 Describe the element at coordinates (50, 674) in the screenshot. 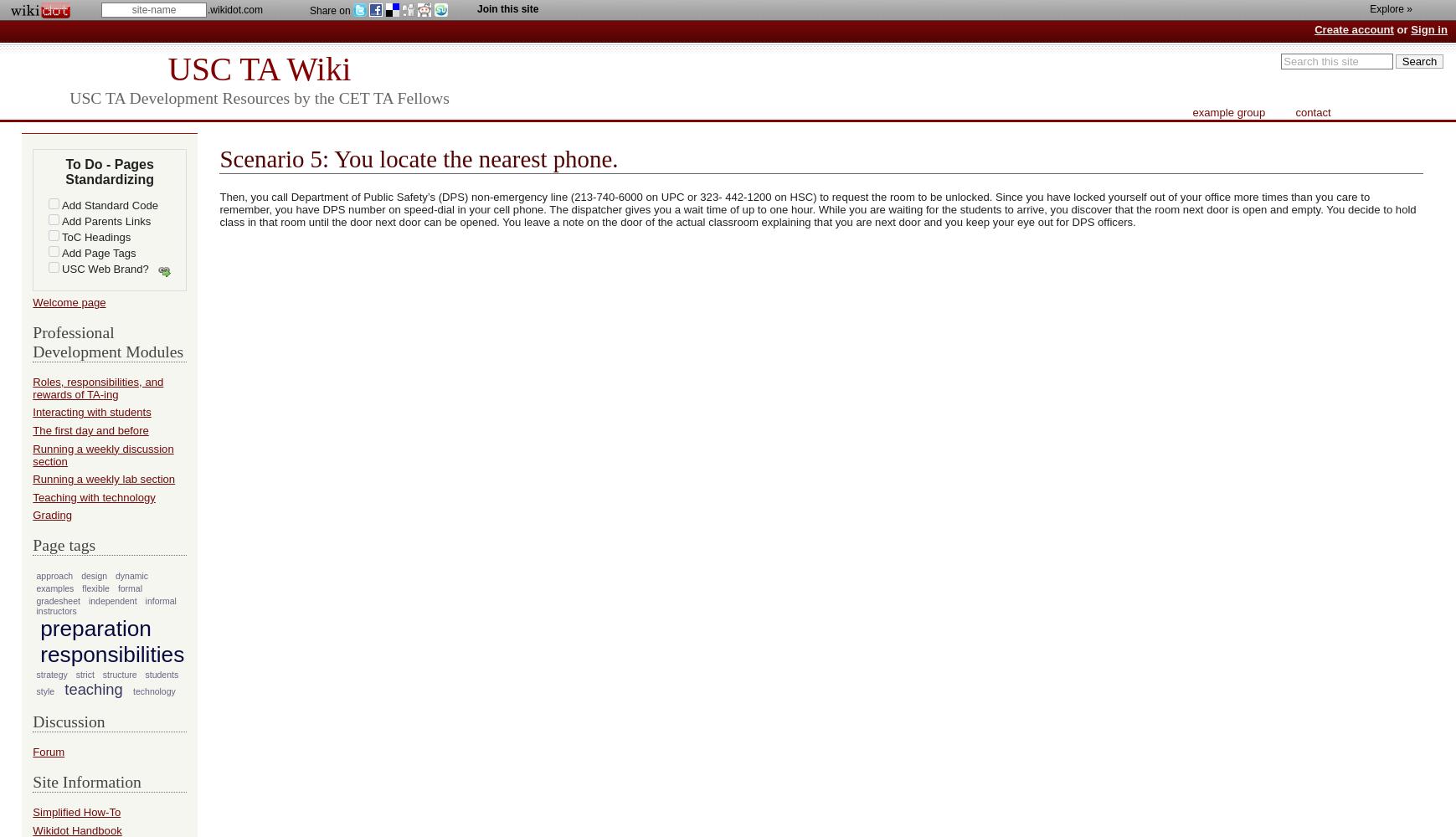

I see `'strategy'` at that location.